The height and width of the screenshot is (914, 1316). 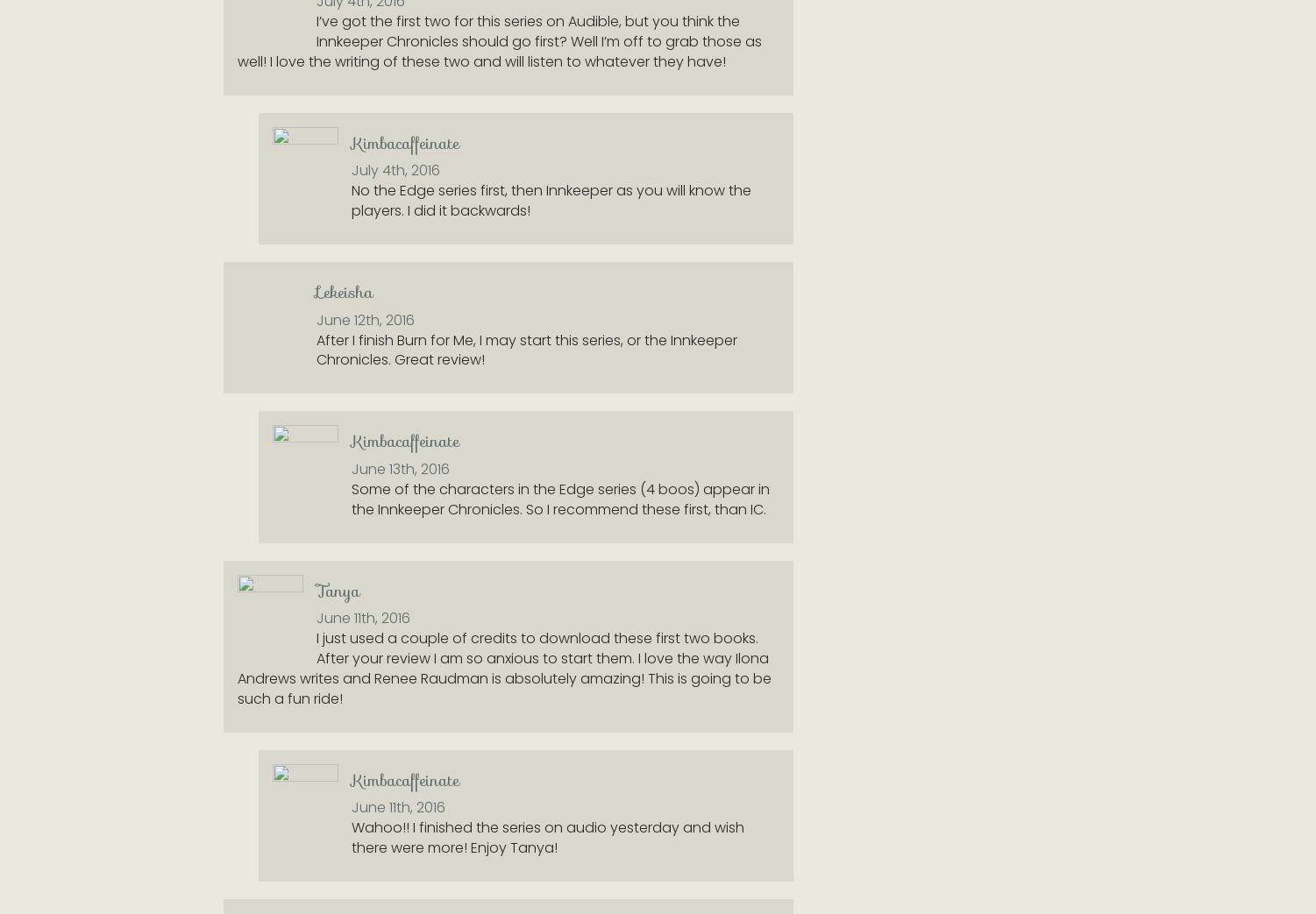 I want to click on 'June 12th, 2016', so click(x=365, y=318).